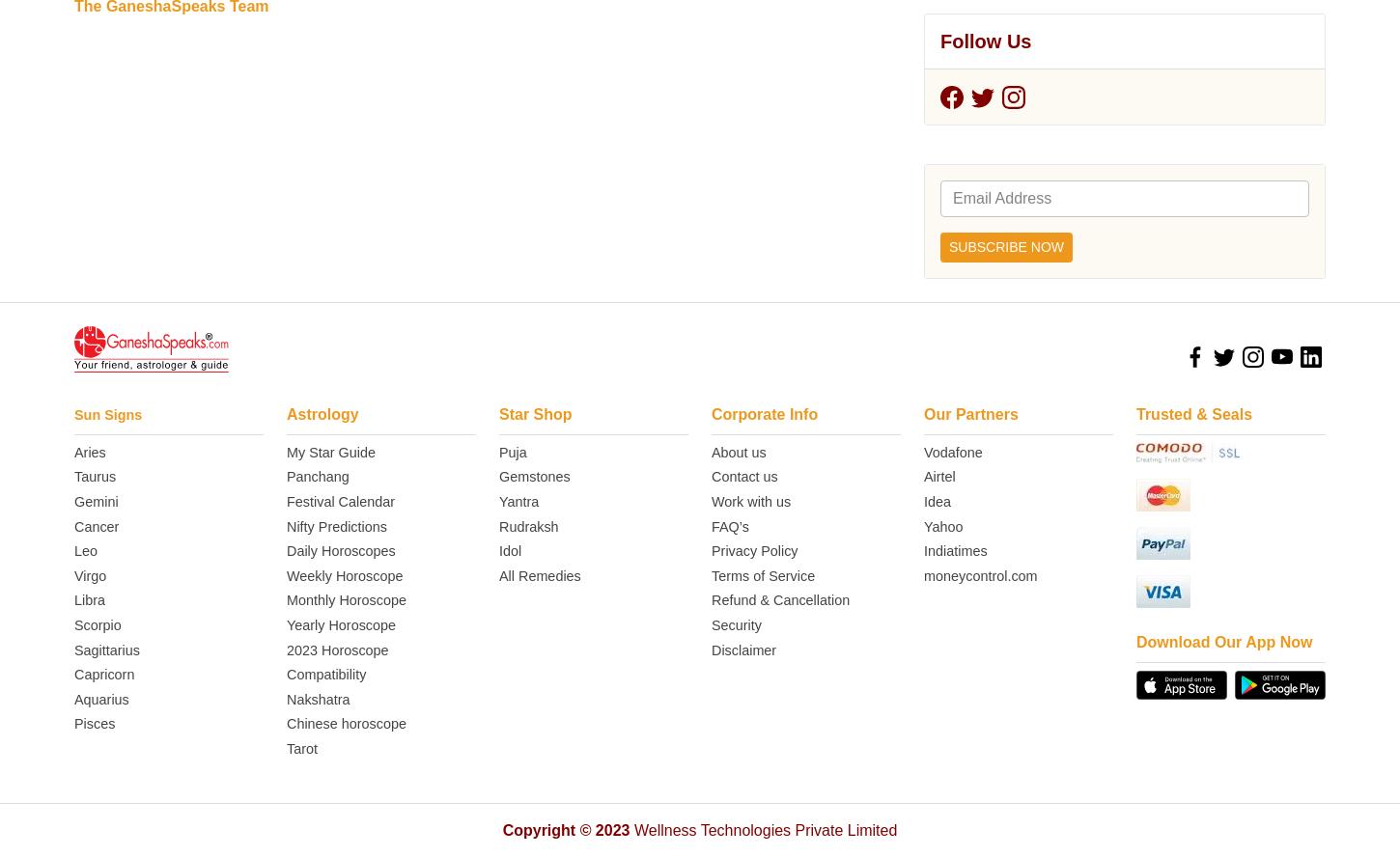 This screenshot has height=857, width=1400. What do you see at coordinates (743, 38) in the screenshot?
I see `'Disclaimer'` at bounding box center [743, 38].